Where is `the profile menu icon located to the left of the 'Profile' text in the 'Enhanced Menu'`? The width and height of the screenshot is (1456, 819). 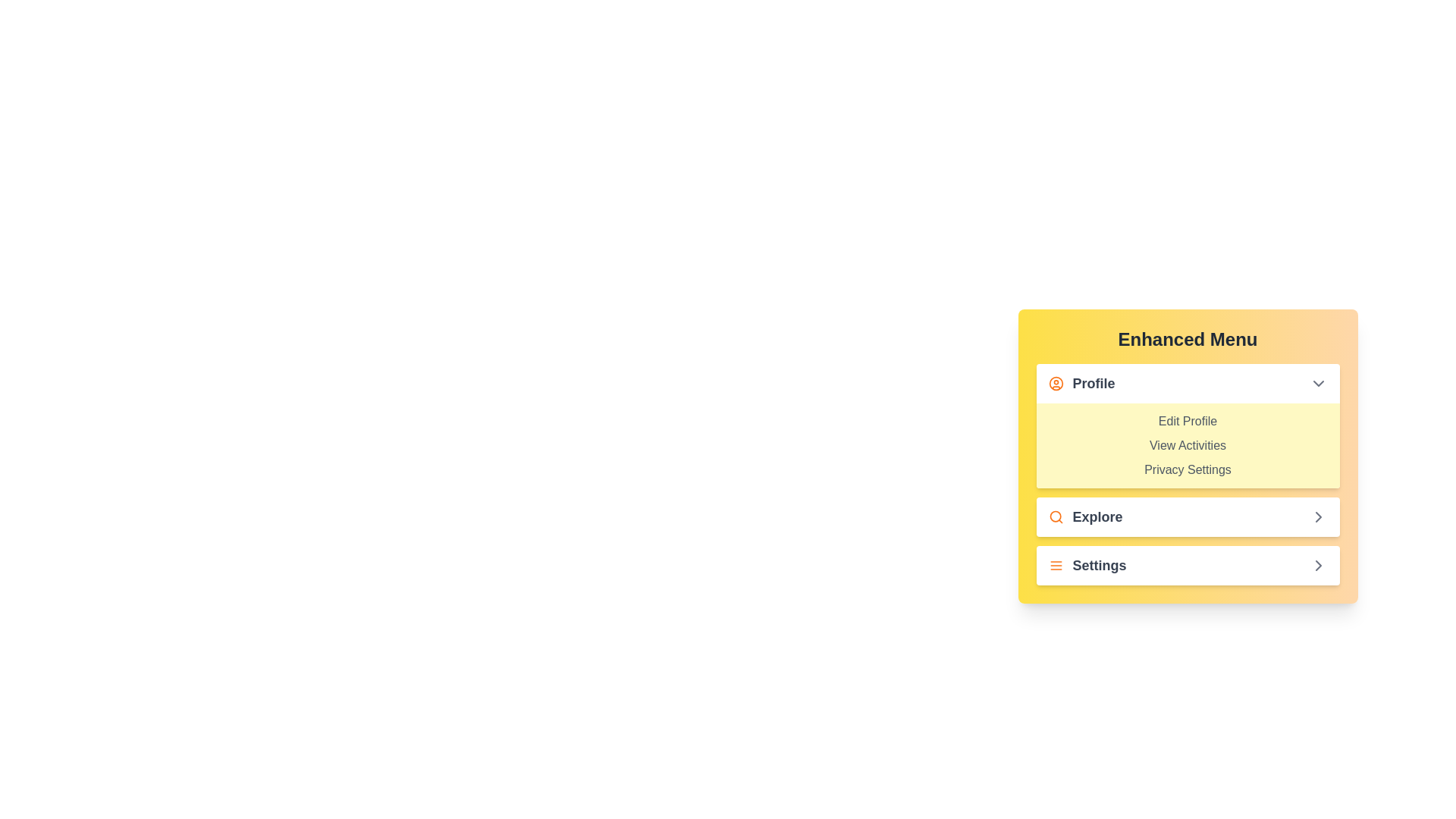 the profile menu icon located to the left of the 'Profile' text in the 'Enhanced Menu' is located at coordinates (1055, 382).